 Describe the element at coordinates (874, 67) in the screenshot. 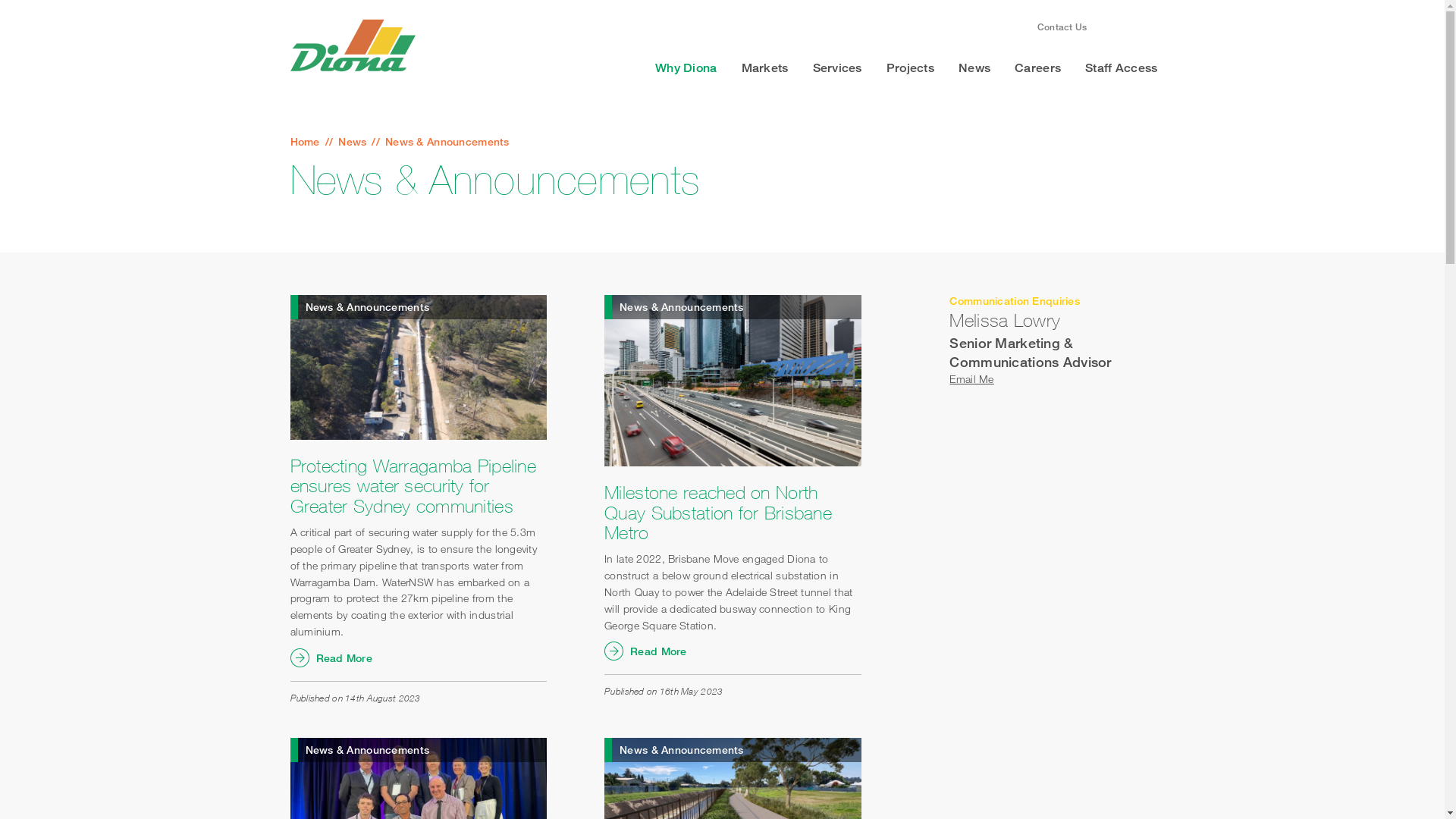

I see `'Projects'` at that location.